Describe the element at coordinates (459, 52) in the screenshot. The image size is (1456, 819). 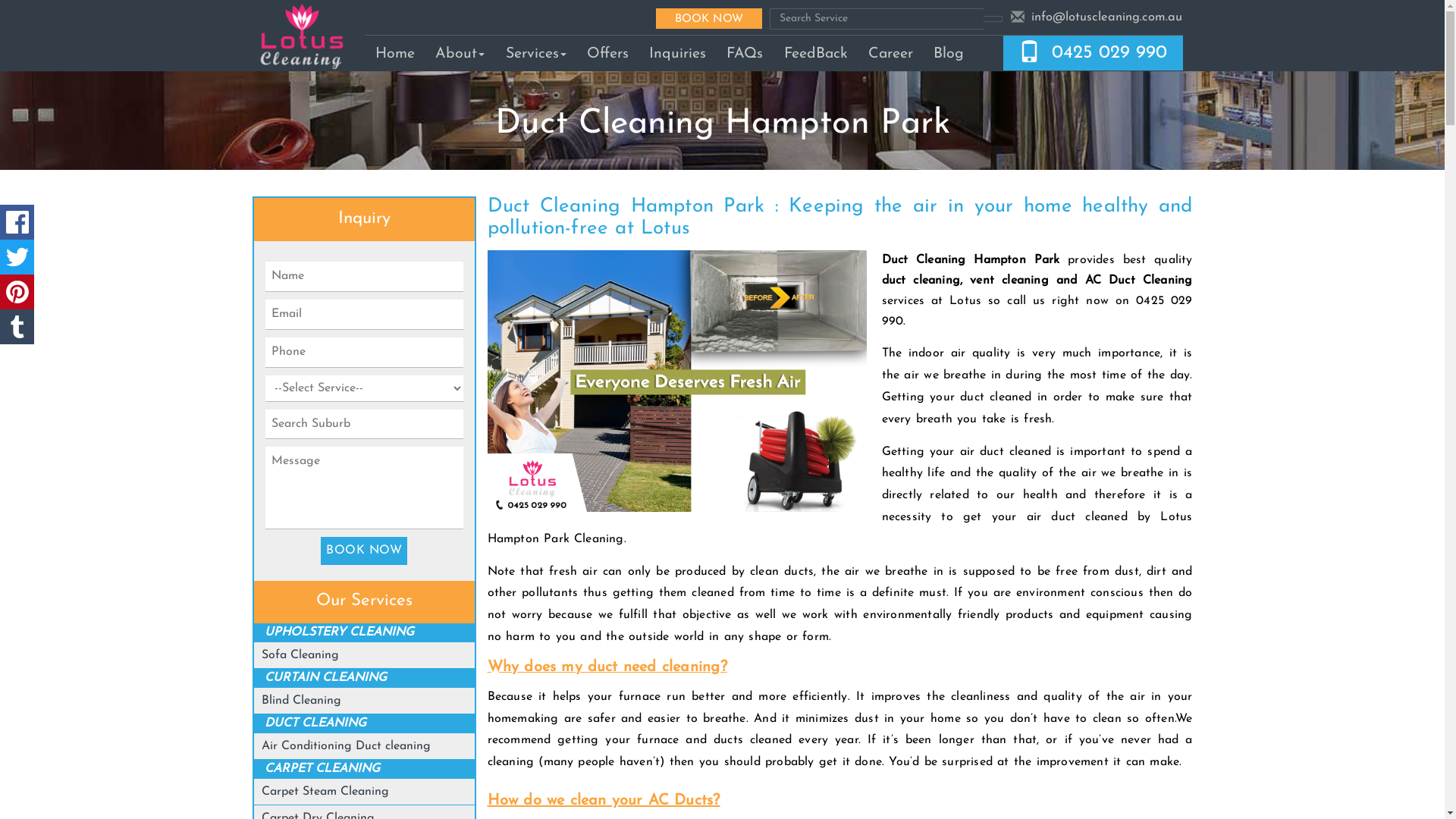
I see `'About'` at that location.